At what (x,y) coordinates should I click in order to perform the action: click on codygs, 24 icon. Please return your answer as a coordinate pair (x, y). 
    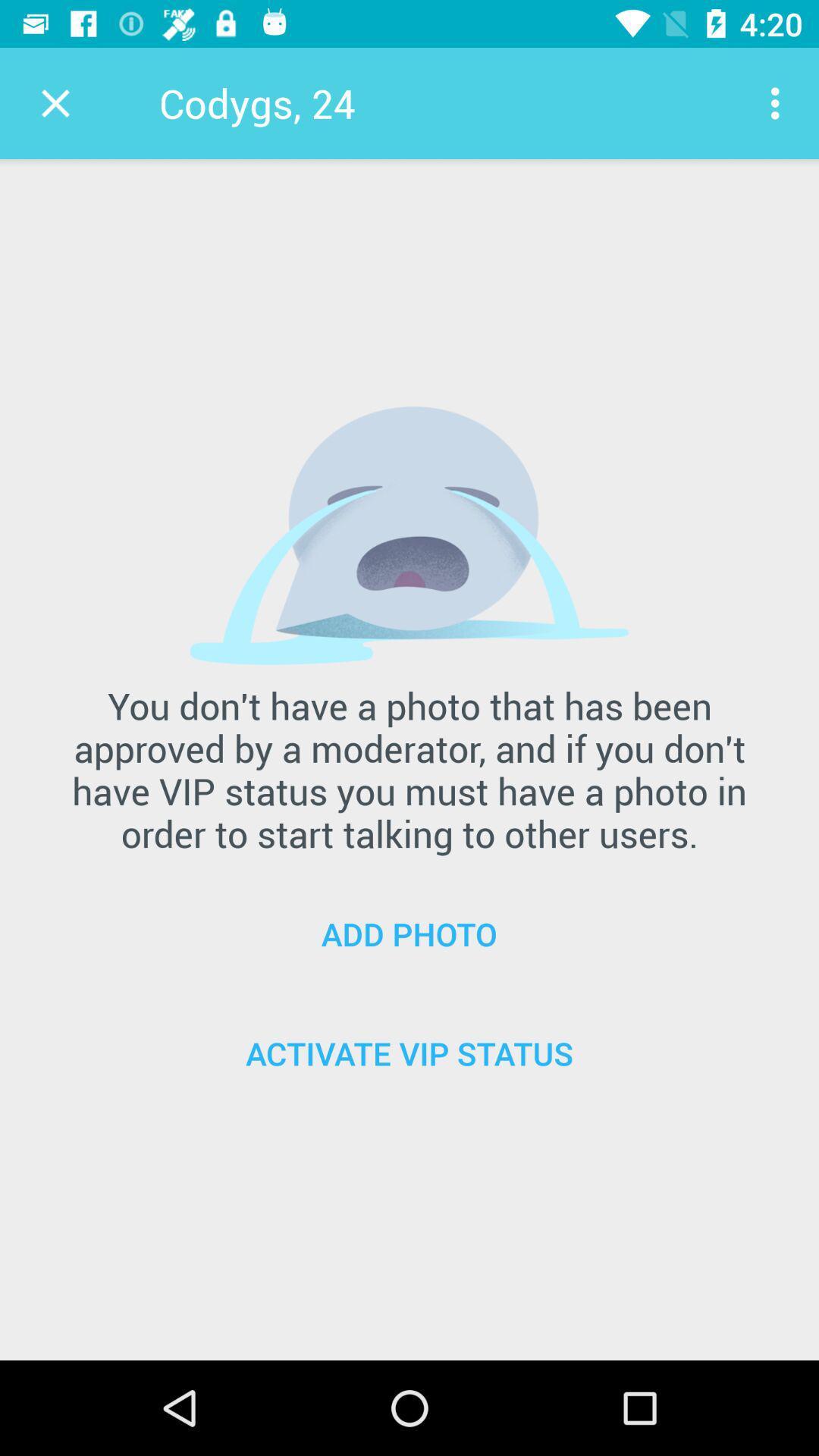
    Looking at the image, I should click on (256, 102).